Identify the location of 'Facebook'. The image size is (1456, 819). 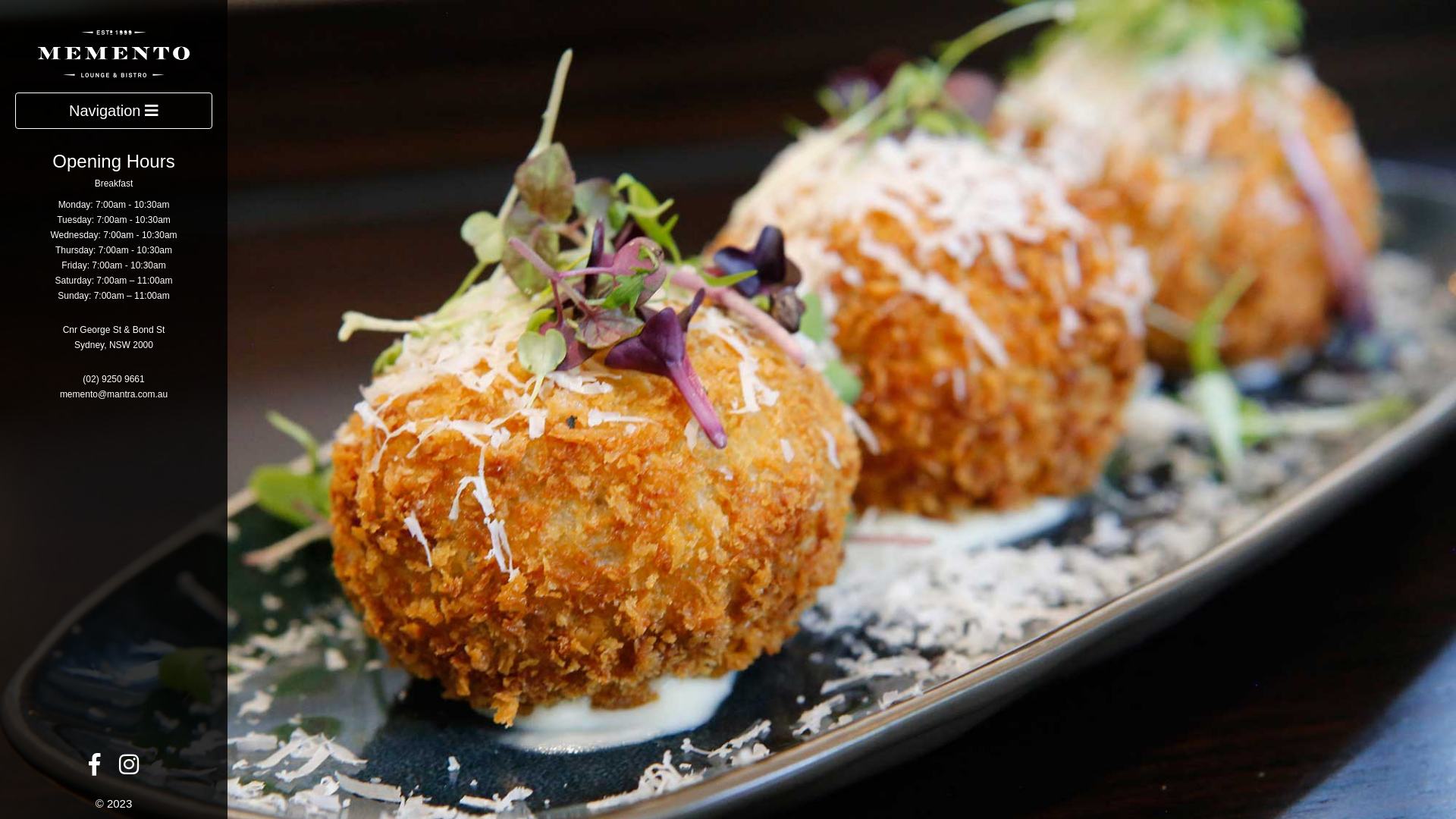
(93, 768).